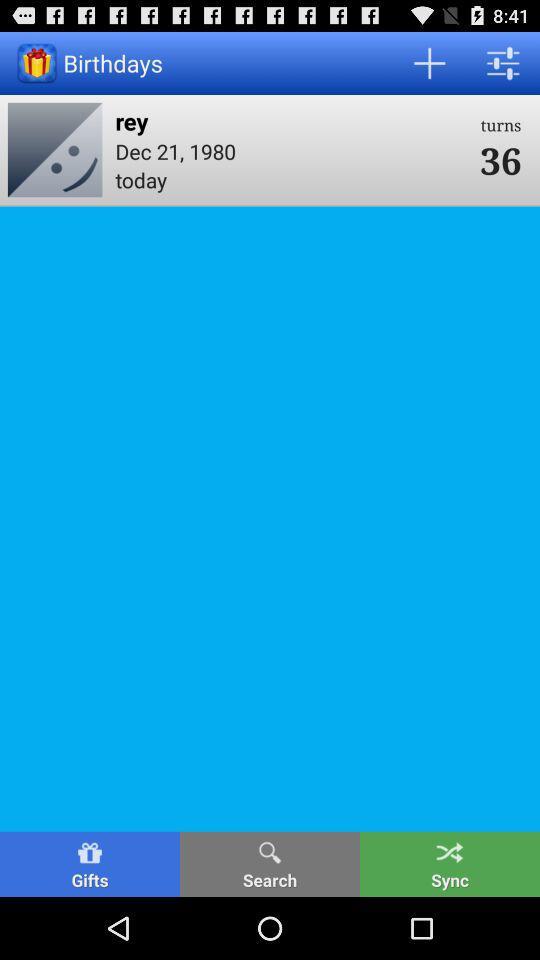 The width and height of the screenshot is (540, 960). I want to click on item next to sync icon, so click(270, 863).